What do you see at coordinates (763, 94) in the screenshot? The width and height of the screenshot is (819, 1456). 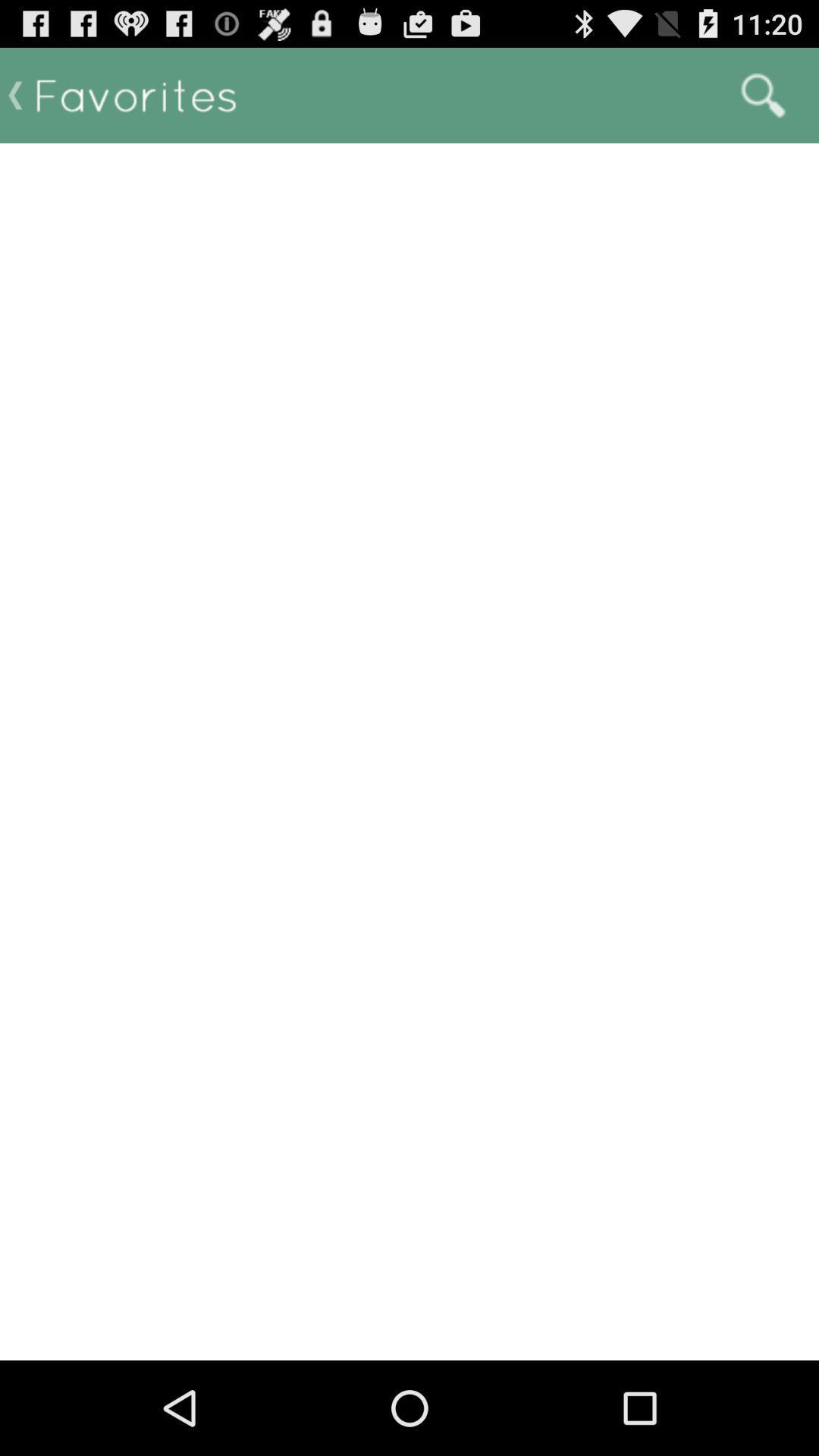 I see `item at the top right corner` at bounding box center [763, 94].